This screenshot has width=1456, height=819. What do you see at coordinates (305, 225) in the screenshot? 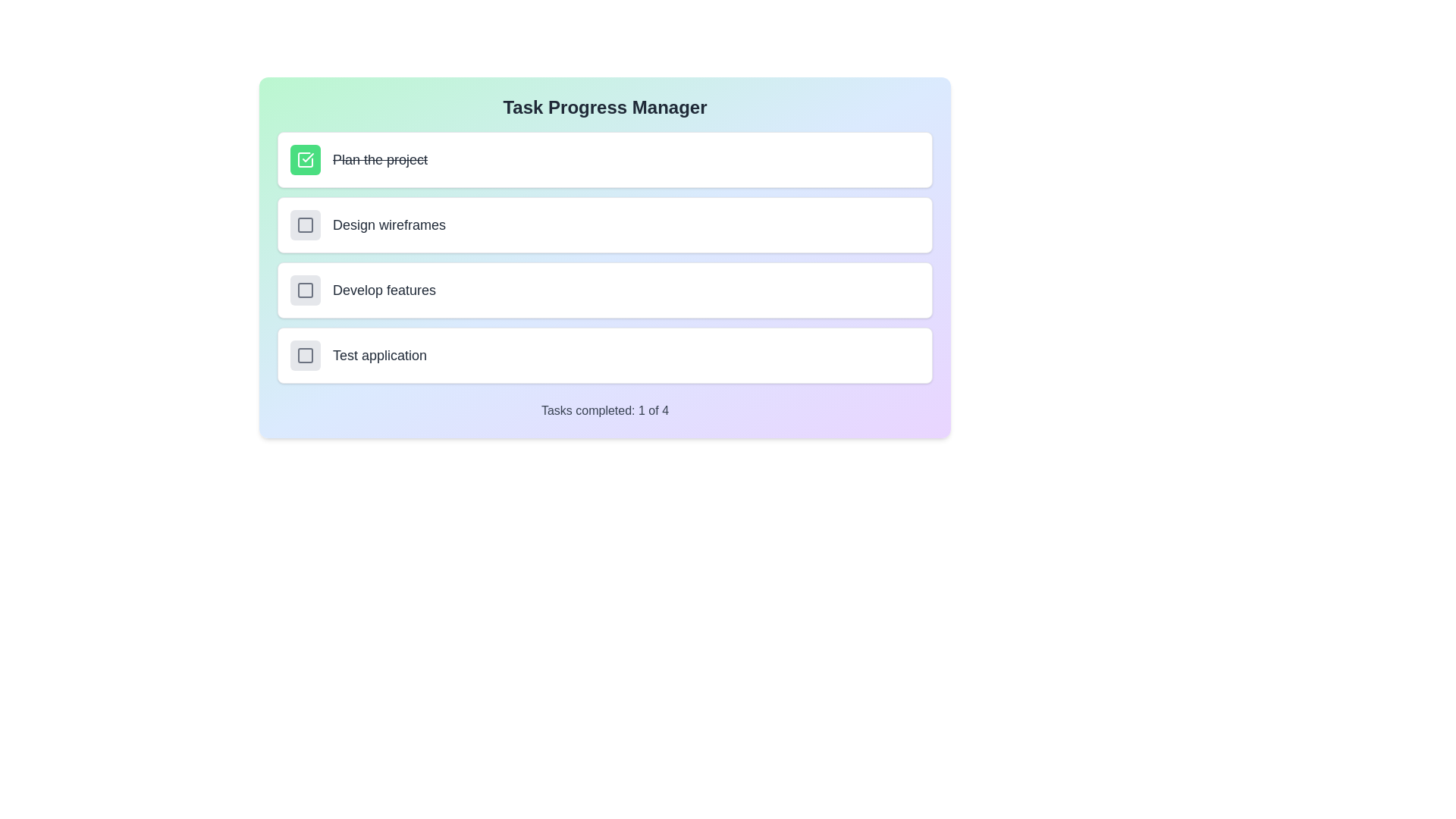
I see `the checkbox in the Task Progress Manager interface that represents the state of a task, located in the second row, between the checkboxes for 'Plan the project' and 'Develop features.'` at bounding box center [305, 225].